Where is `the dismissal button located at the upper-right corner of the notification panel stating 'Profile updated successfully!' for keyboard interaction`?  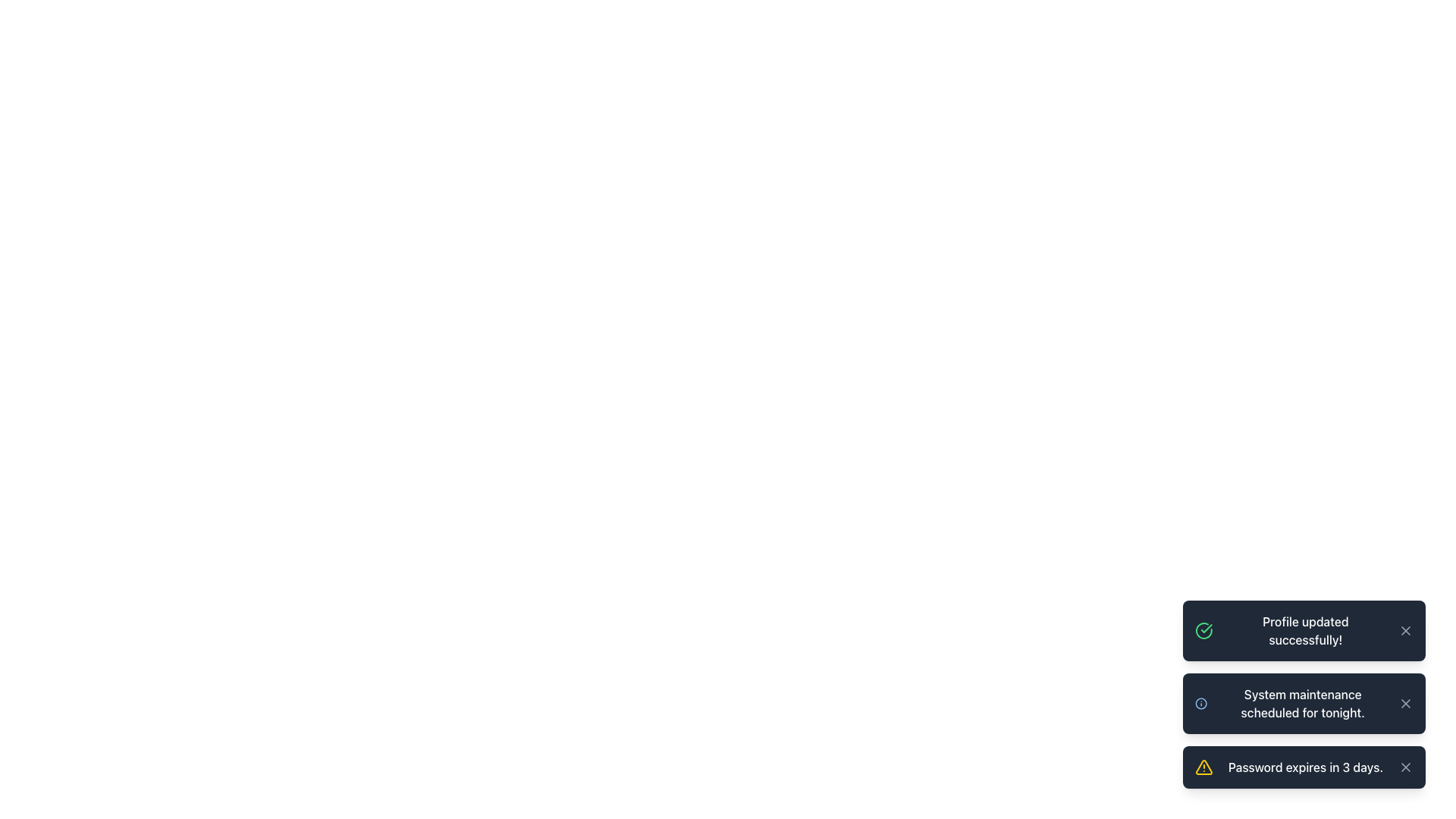
the dismissal button located at the upper-right corner of the notification panel stating 'Profile updated successfully!' for keyboard interaction is located at coordinates (1404, 631).